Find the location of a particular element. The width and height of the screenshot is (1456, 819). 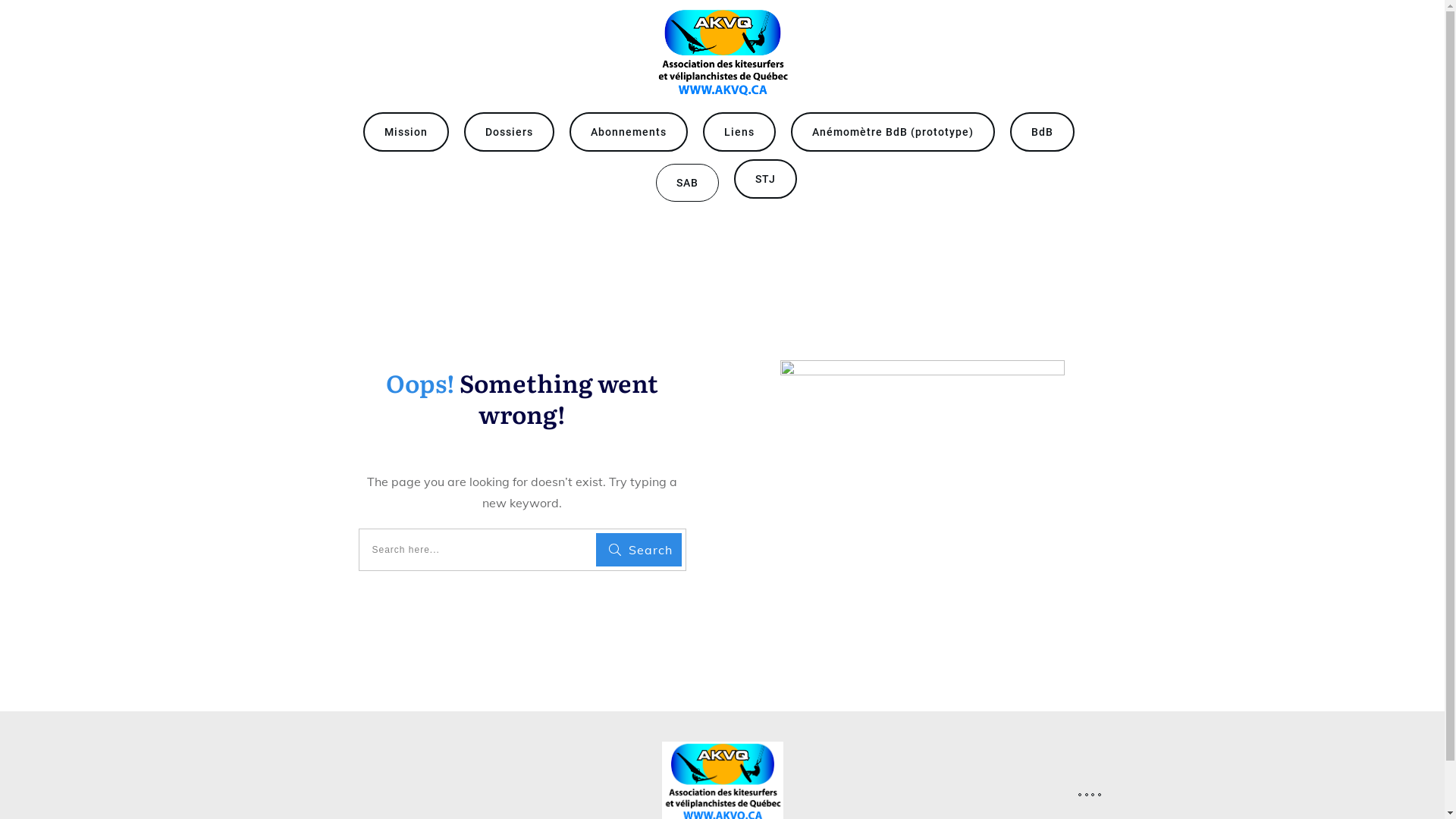

'Search' is located at coordinates (639, 550).